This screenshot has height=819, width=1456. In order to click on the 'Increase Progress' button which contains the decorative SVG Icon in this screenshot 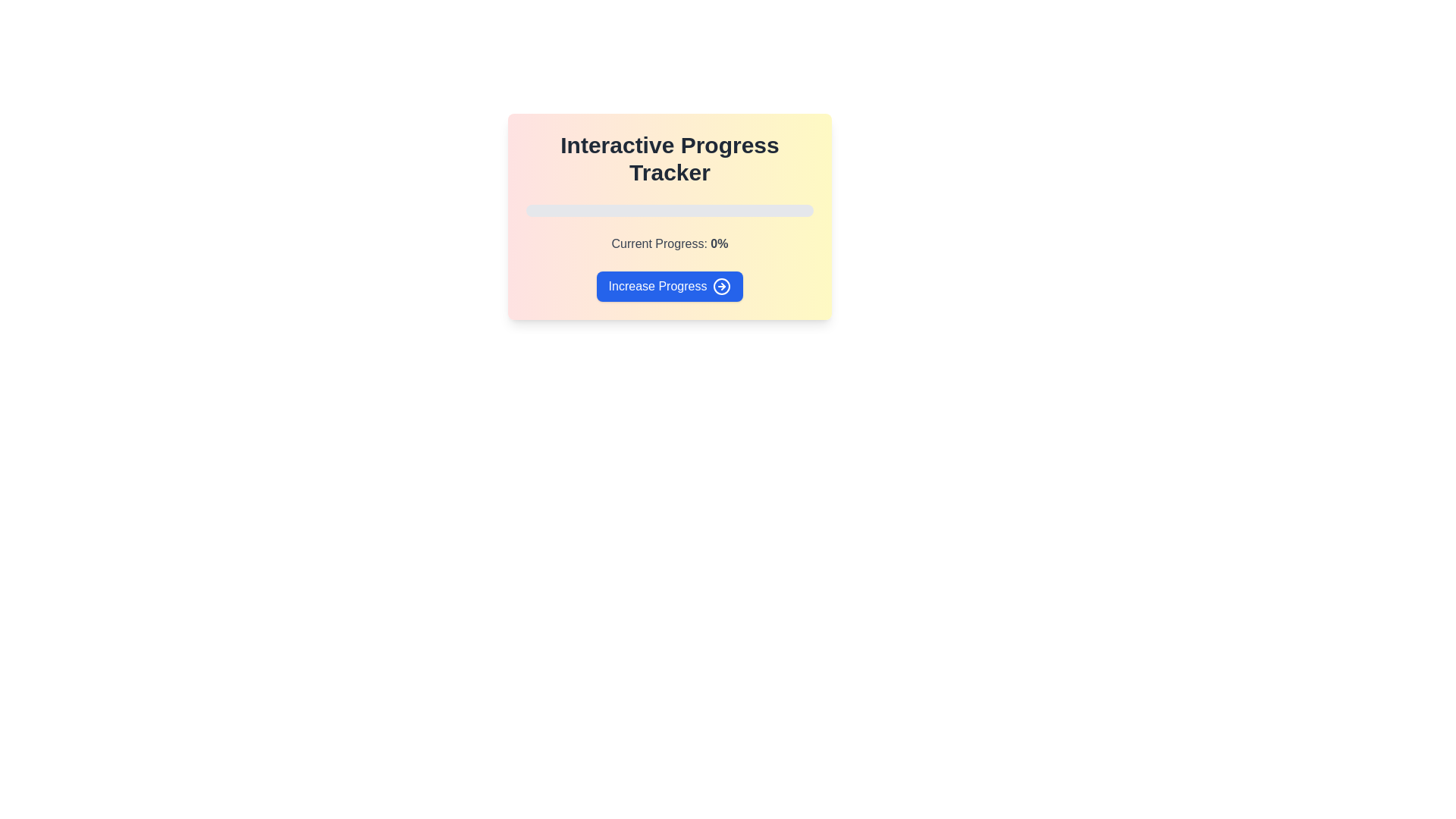, I will do `click(721, 287)`.